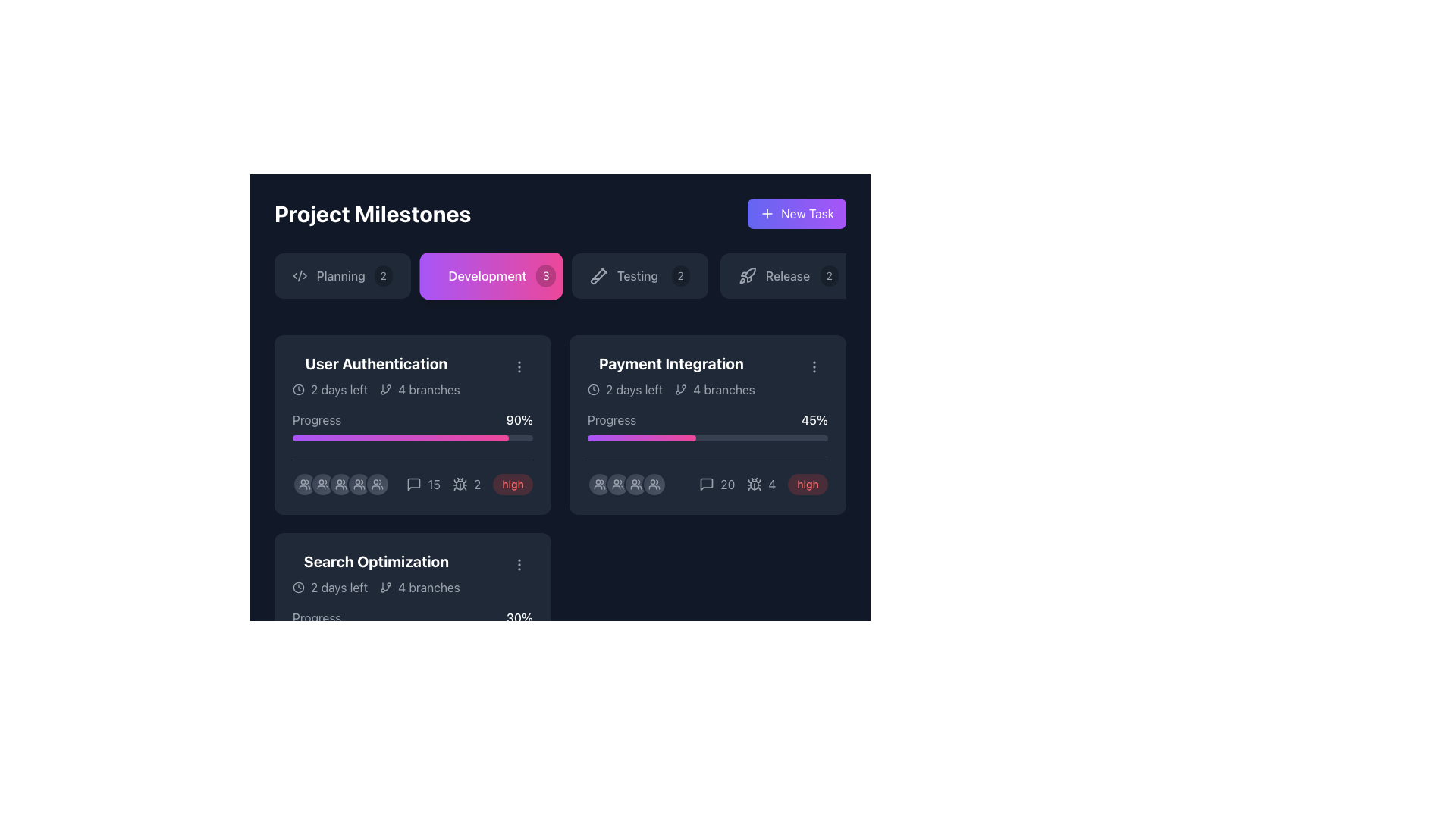 The width and height of the screenshot is (1456, 819). Describe the element at coordinates (322, 485) in the screenshot. I see `the first icon from the left representing users associated with the 'User Authentication' milestone in the upper-left section of the main dashboard` at that location.